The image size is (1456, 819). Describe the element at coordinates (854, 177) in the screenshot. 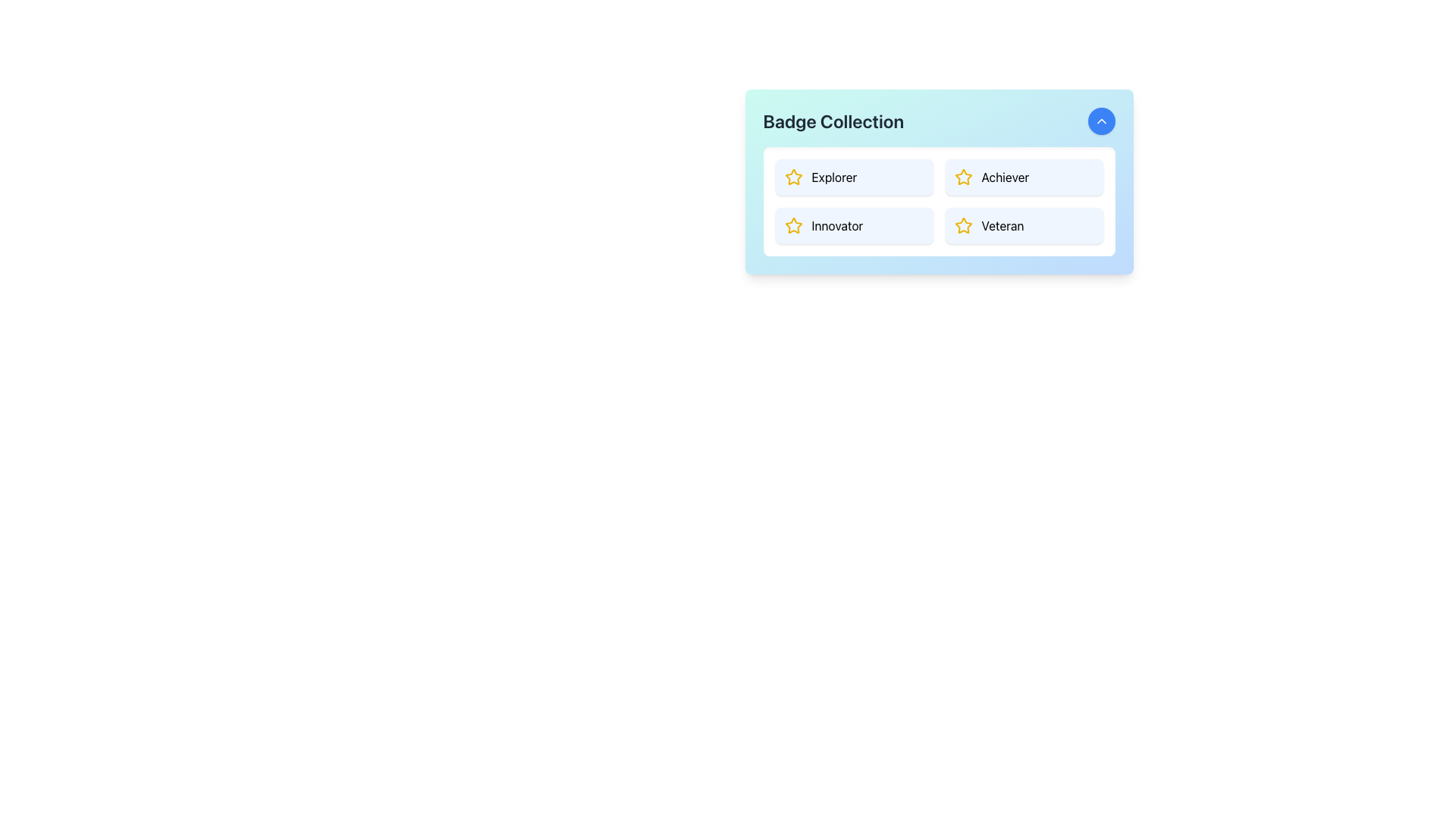

I see `to select the top-left card in the grid, which features a star icon and the text 'Explorer'` at that location.